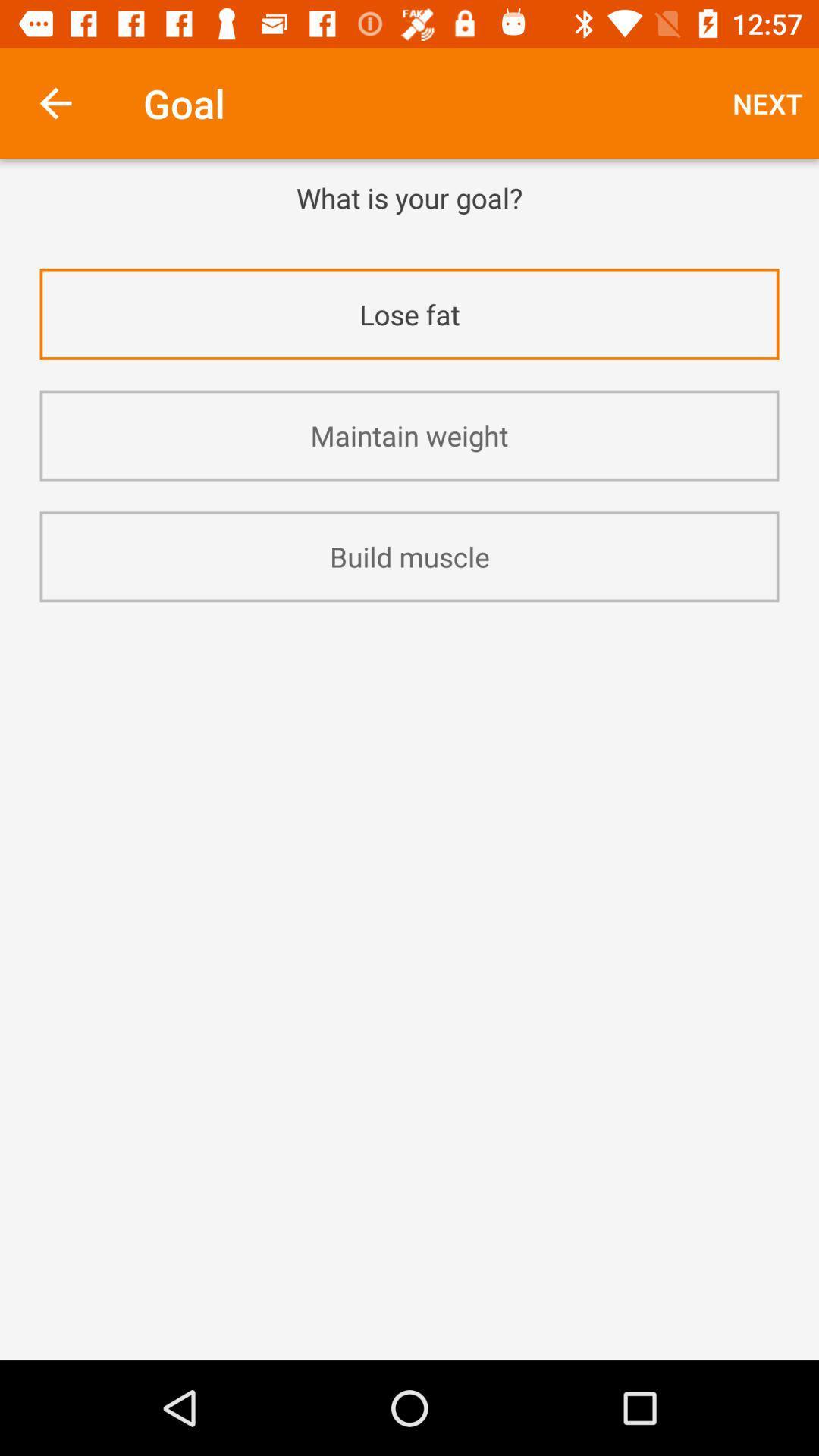  Describe the element at coordinates (767, 102) in the screenshot. I see `the next icon` at that location.